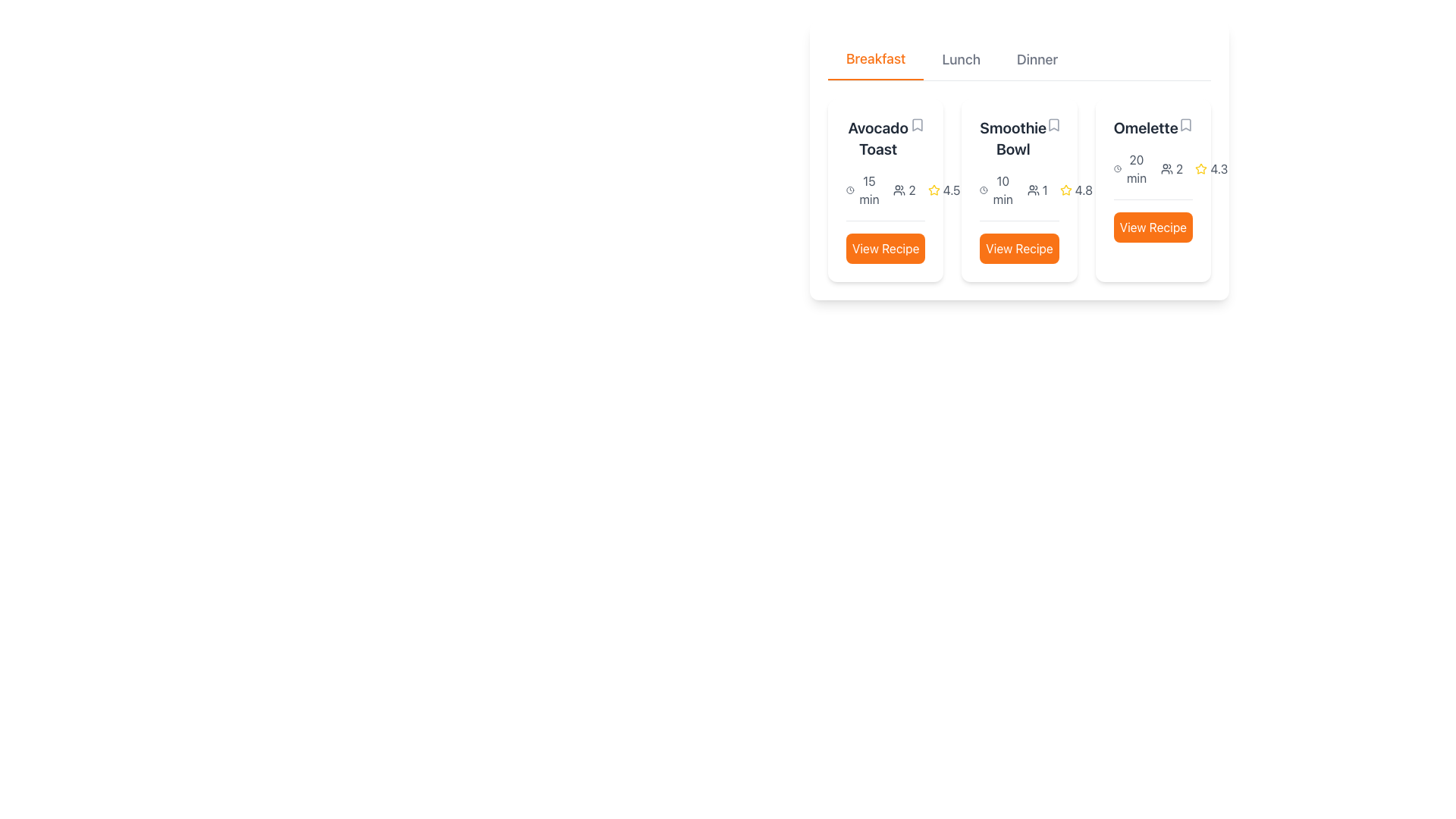 The image size is (1456, 819). What do you see at coordinates (1185, 124) in the screenshot?
I see `the bookmark icon button, which changes color to orange when hovered, located to the right of the 'Omelette' title` at bounding box center [1185, 124].